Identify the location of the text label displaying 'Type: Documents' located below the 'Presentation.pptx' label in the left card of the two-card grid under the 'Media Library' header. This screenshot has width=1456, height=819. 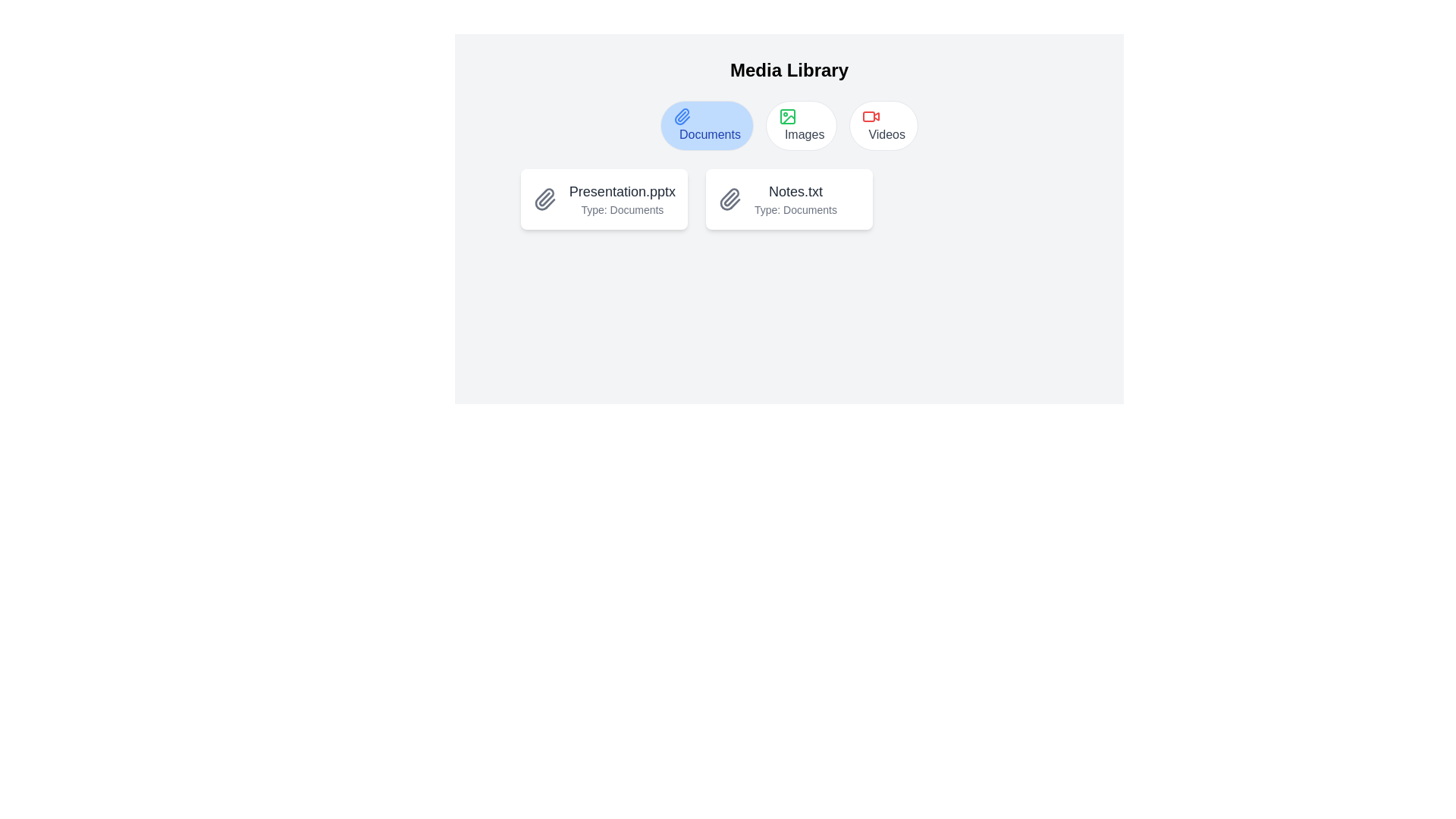
(622, 210).